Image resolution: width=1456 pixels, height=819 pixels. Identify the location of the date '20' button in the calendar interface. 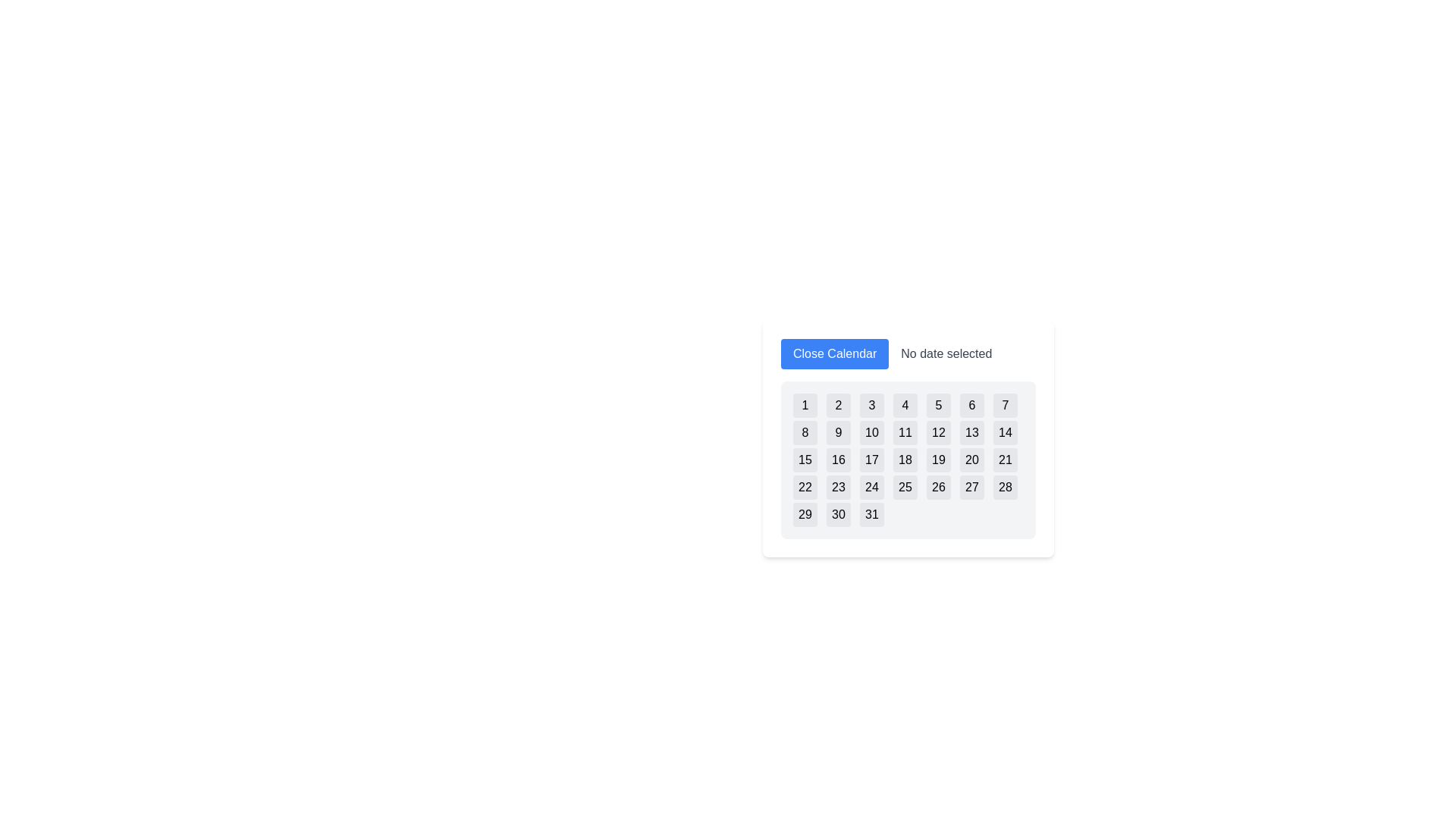
(971, 459).